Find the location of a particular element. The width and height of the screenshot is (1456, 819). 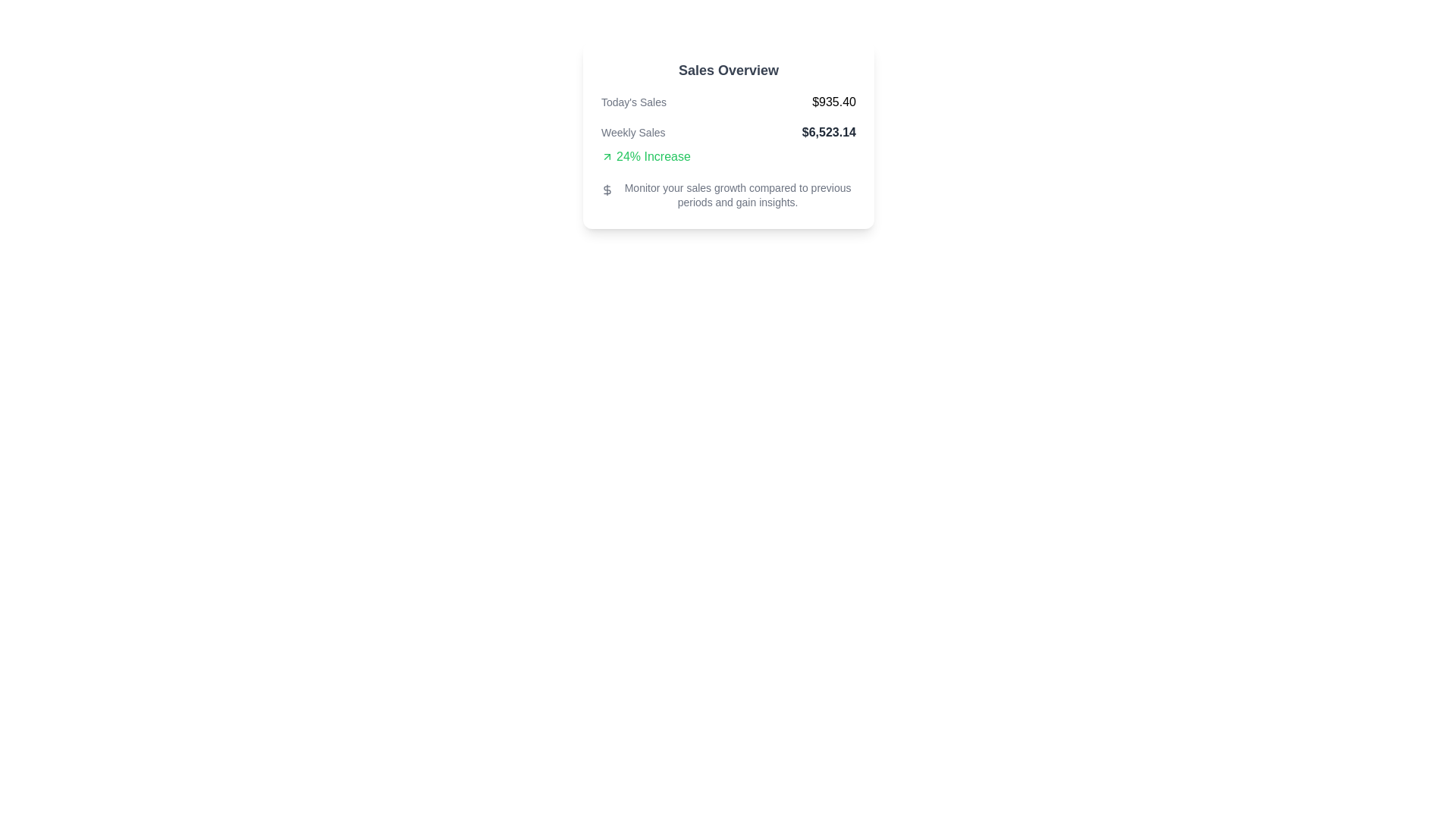

the financial icon located to the left of the text block that reads 'Monitor your sales growth compared to previous periods and gain insights.' is located at coordinates (607, 189).